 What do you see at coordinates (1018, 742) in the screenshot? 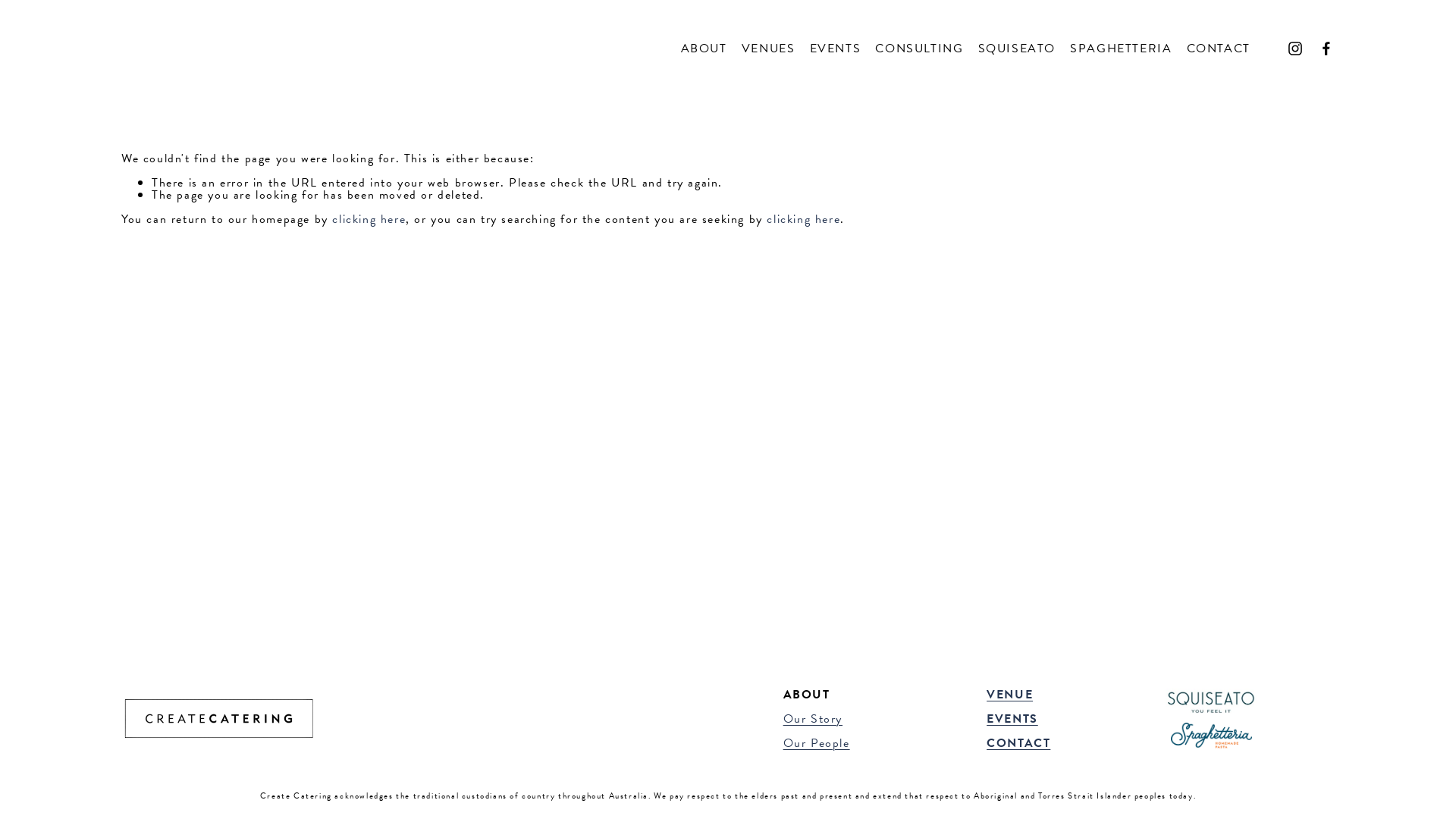
I see `'CONTACT'` at bounding box center [1018, 742].